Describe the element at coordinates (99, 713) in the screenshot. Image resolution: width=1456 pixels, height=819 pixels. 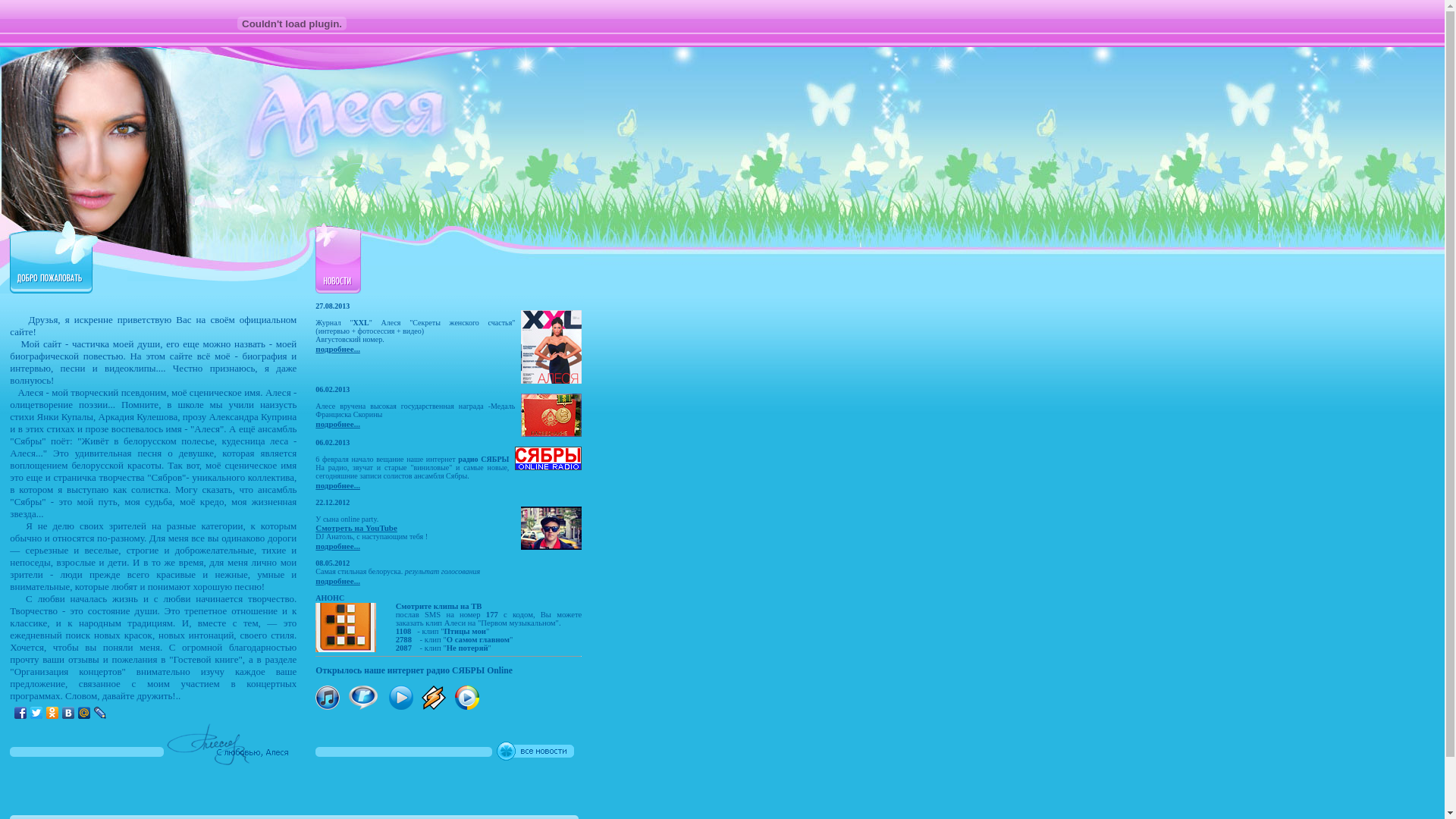
I see `'LiveJournal'` at that location.